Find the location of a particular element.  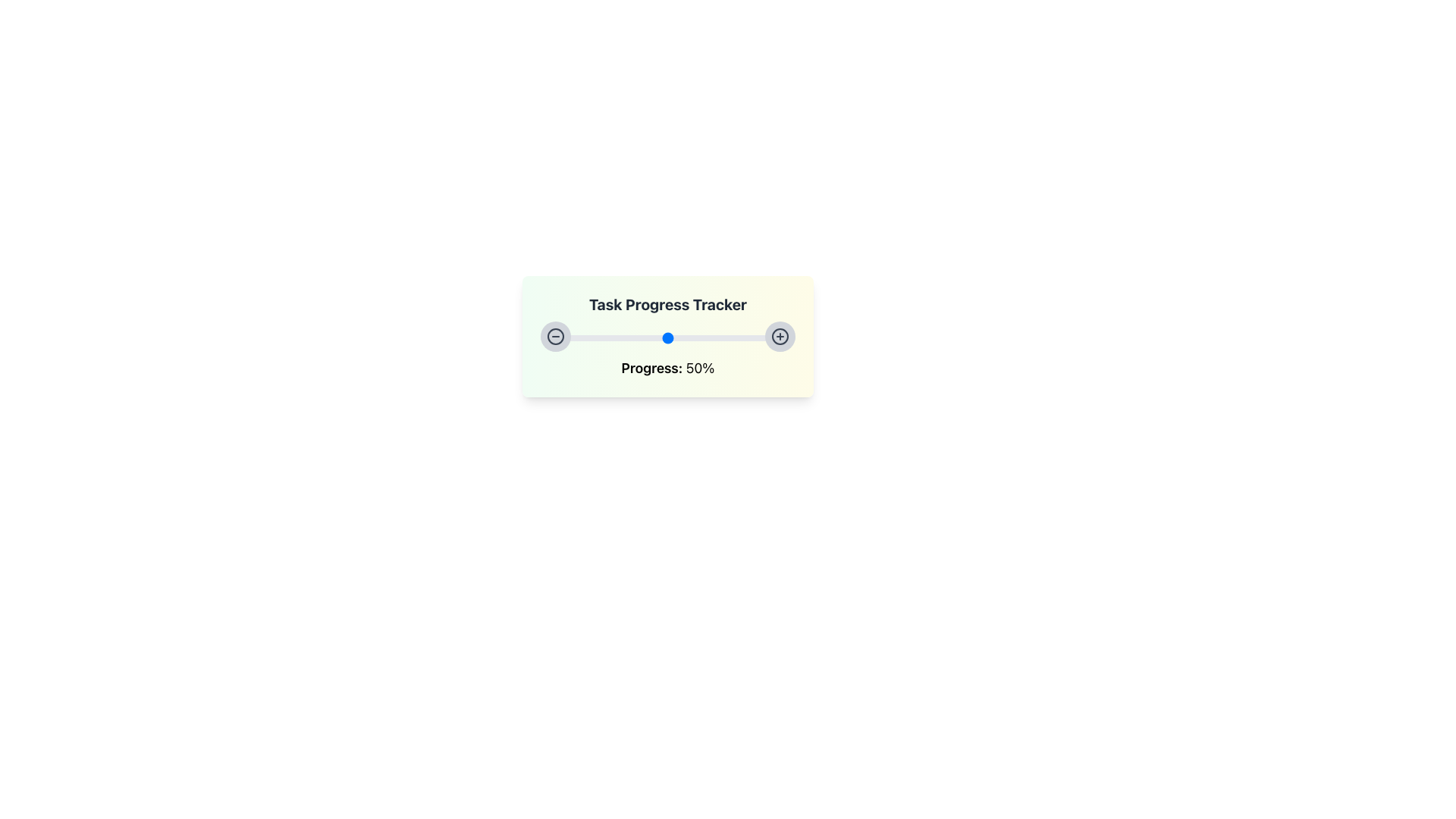

the button on the left side of the horizontal slider labeled 'Progress: 50%' to decrease the slider's current value is located at coordinates (555, 335).